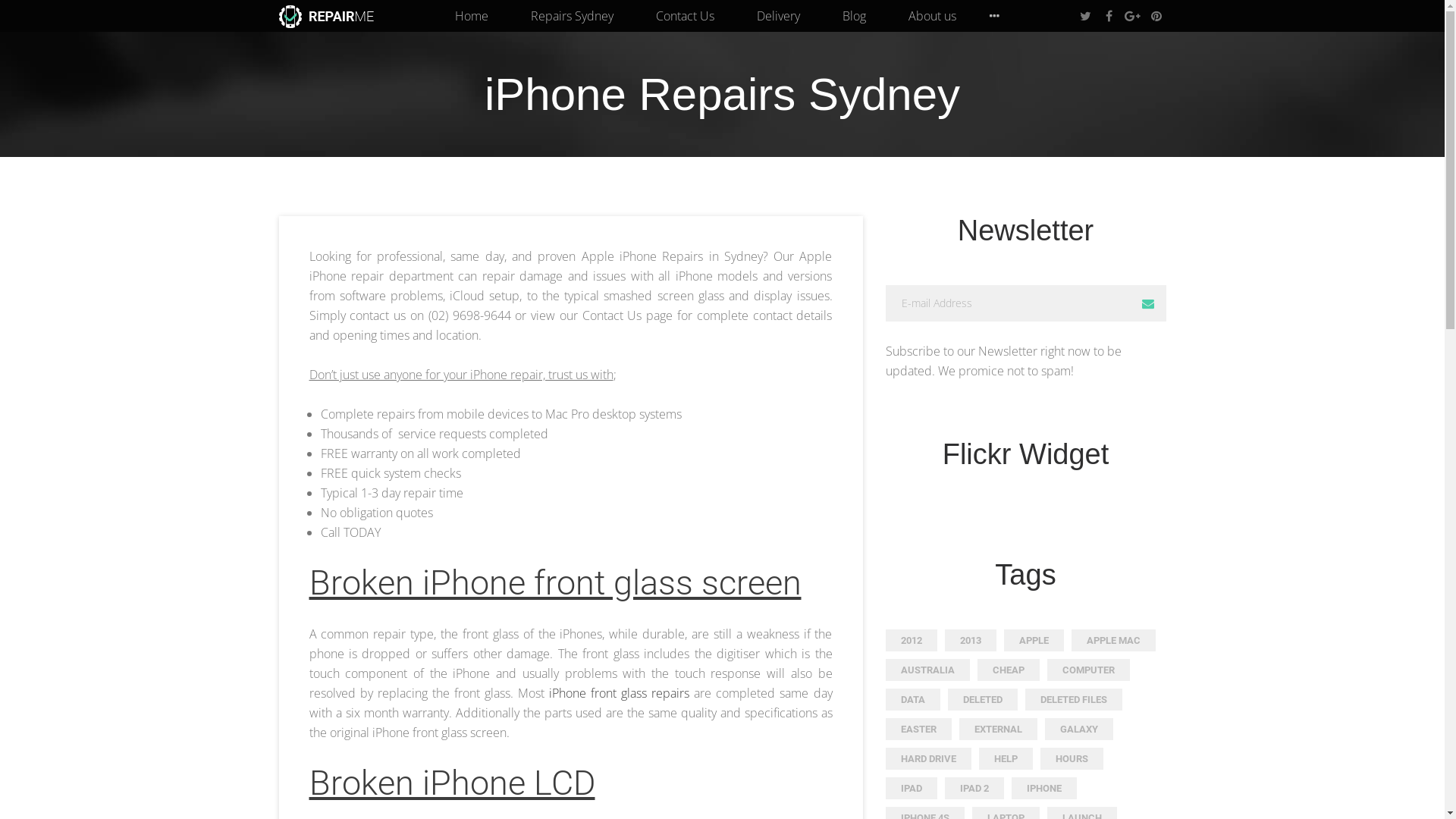 Image resolution: width=1456 pixels, height=819 pixels. I want to click on '2012', so click(910, 640).